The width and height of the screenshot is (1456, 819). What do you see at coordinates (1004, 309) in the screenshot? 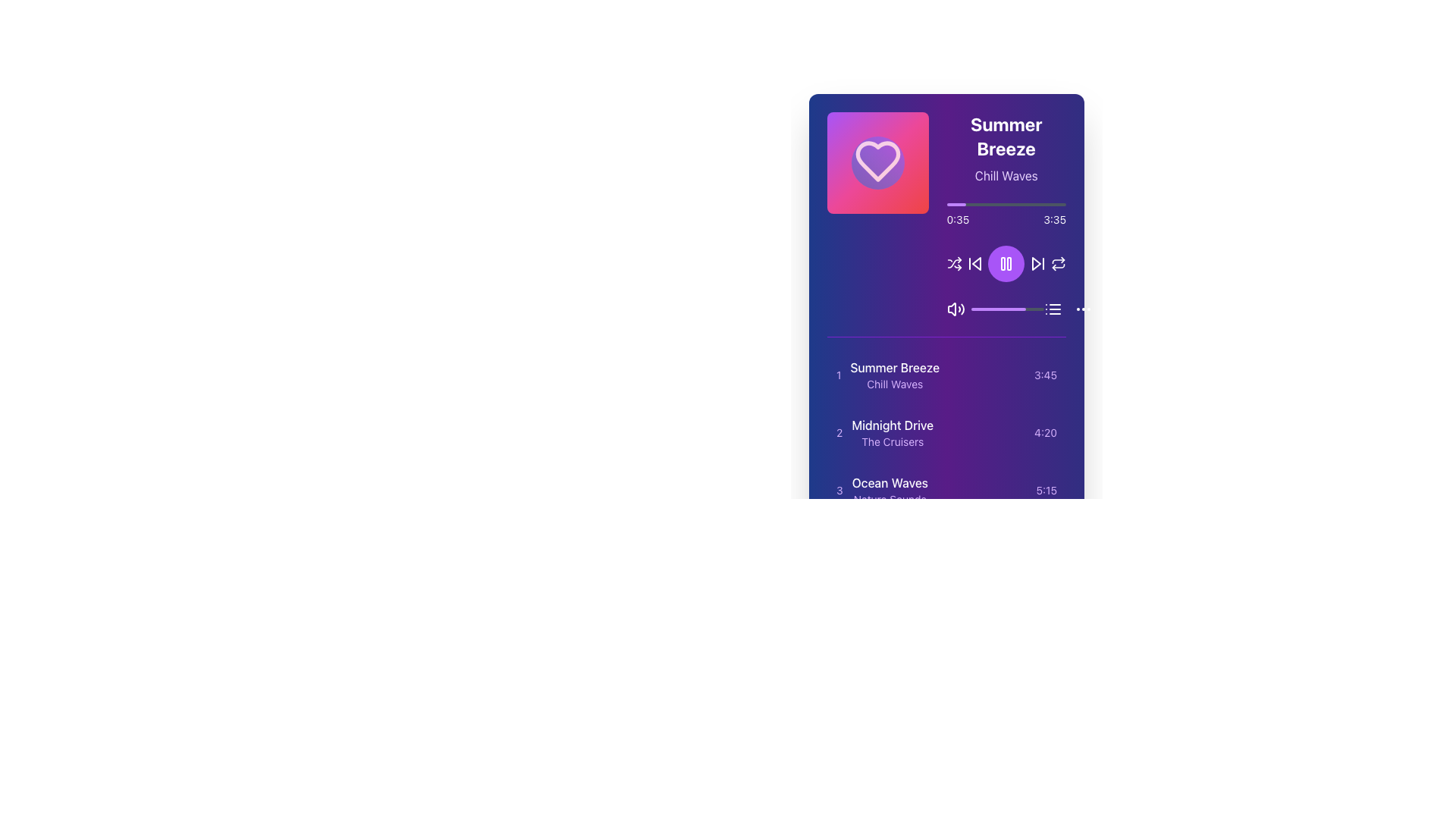
I see `the progress value` at bounding box center [1004, 309].